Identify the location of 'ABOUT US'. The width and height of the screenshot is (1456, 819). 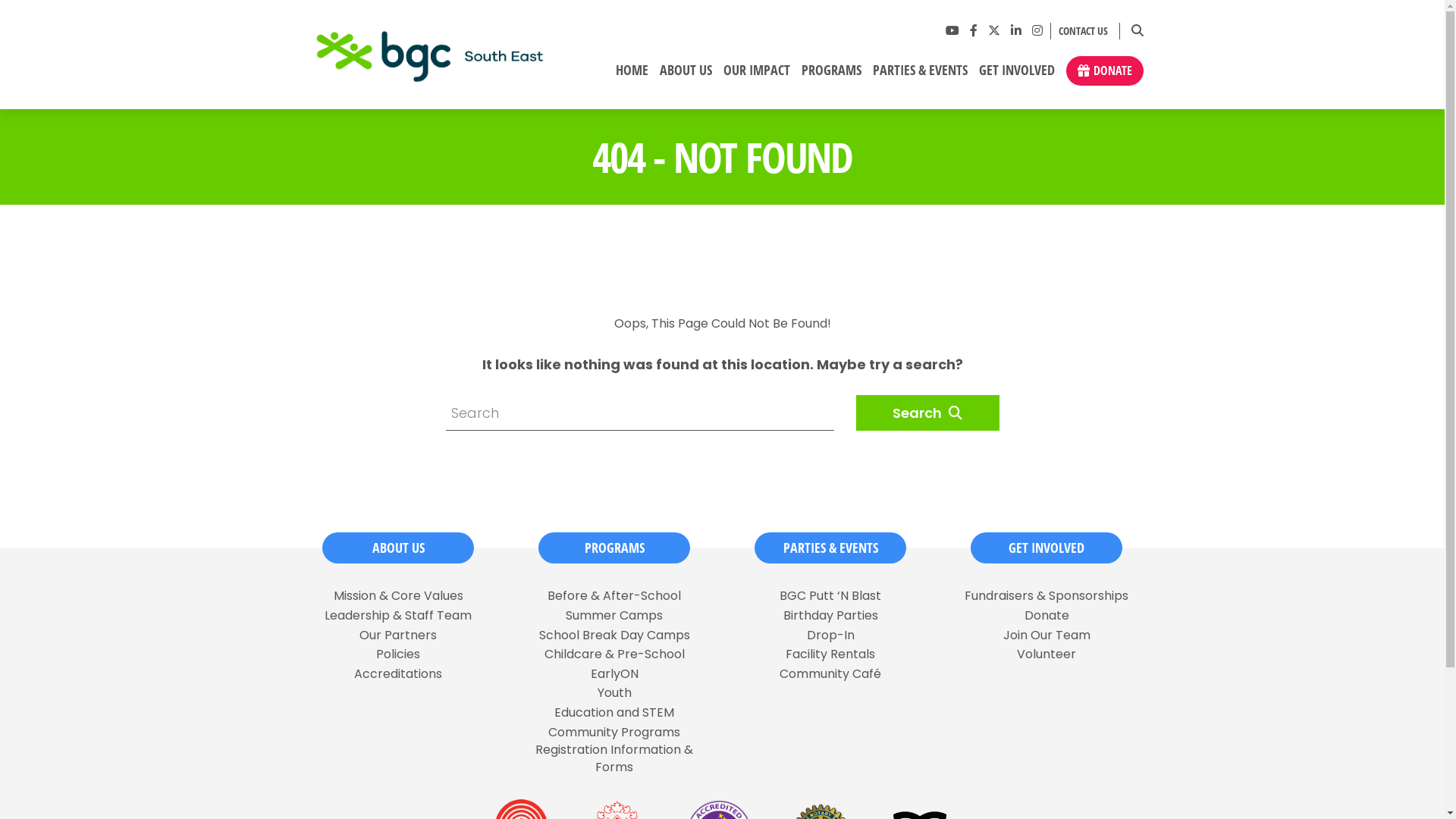
(397, 548).